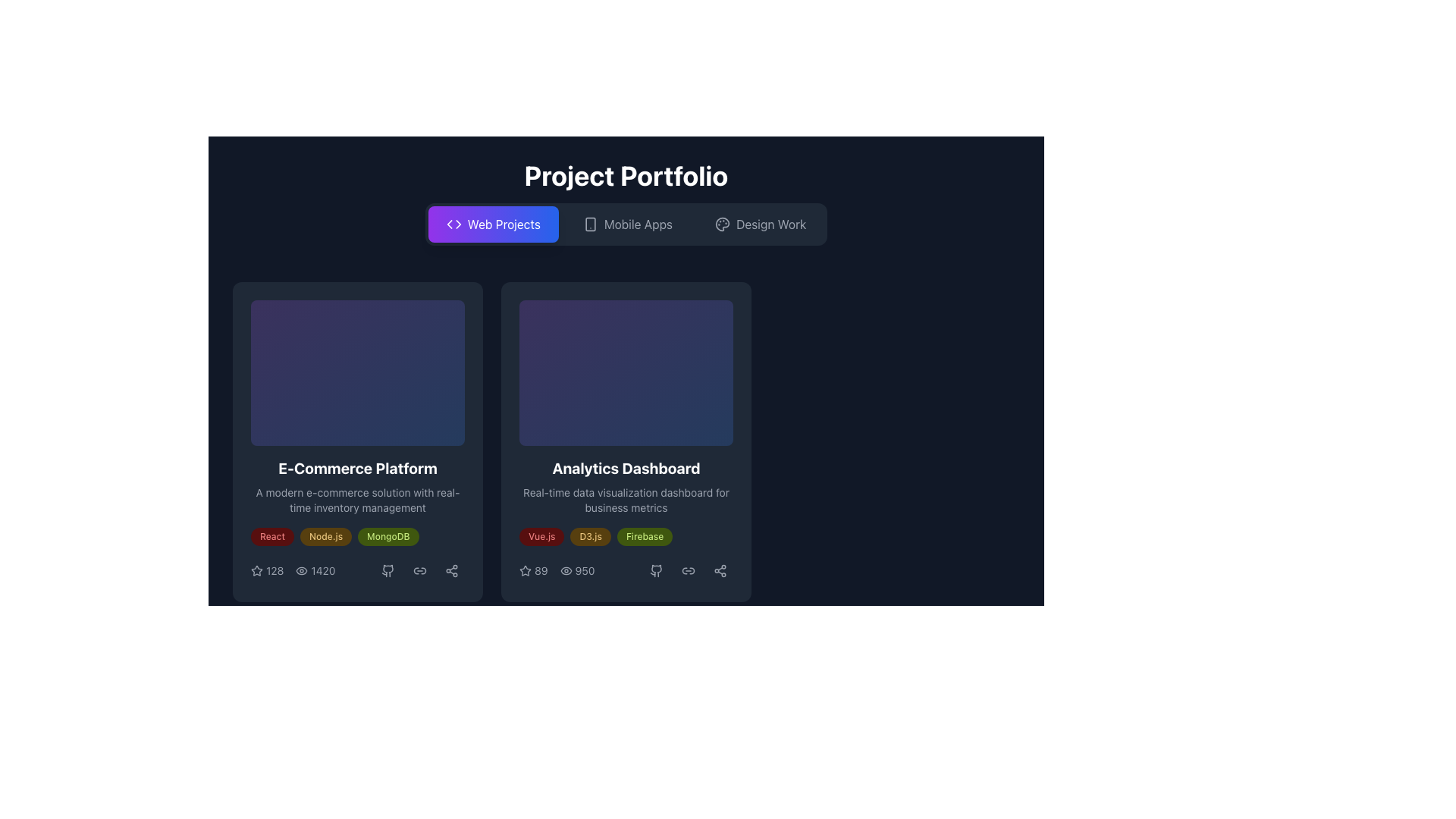 The width and height of the screenshot is (1456, 819). I want to click on the GitHub button located at the bottom-right corner of the 'Analytics Dashboard' card to change its background color, so click(656, 570).